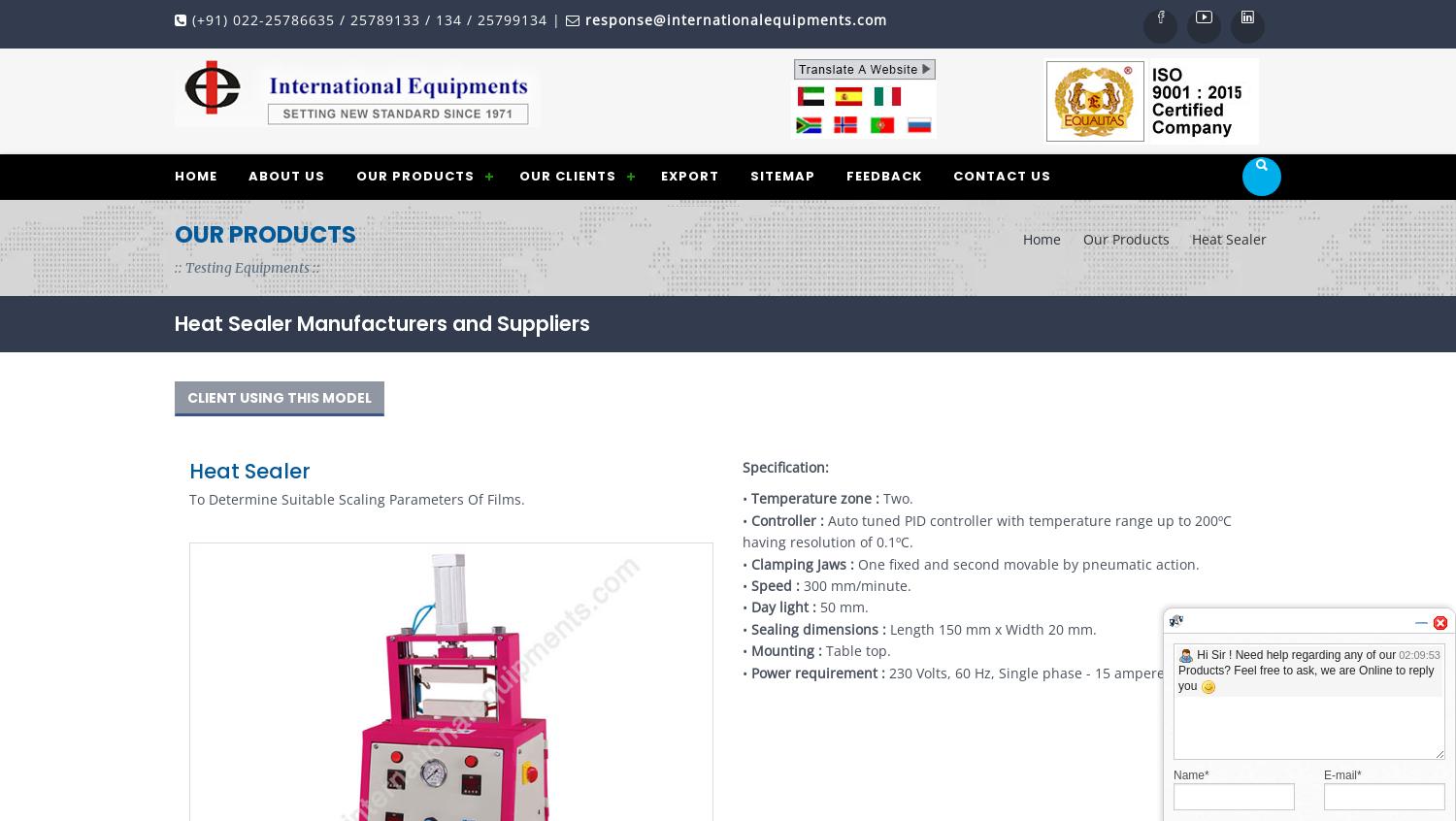  Describe the element at coordinates (248, 267) in the screenshot. I see `':: Testing Equipments ::'` at that location.